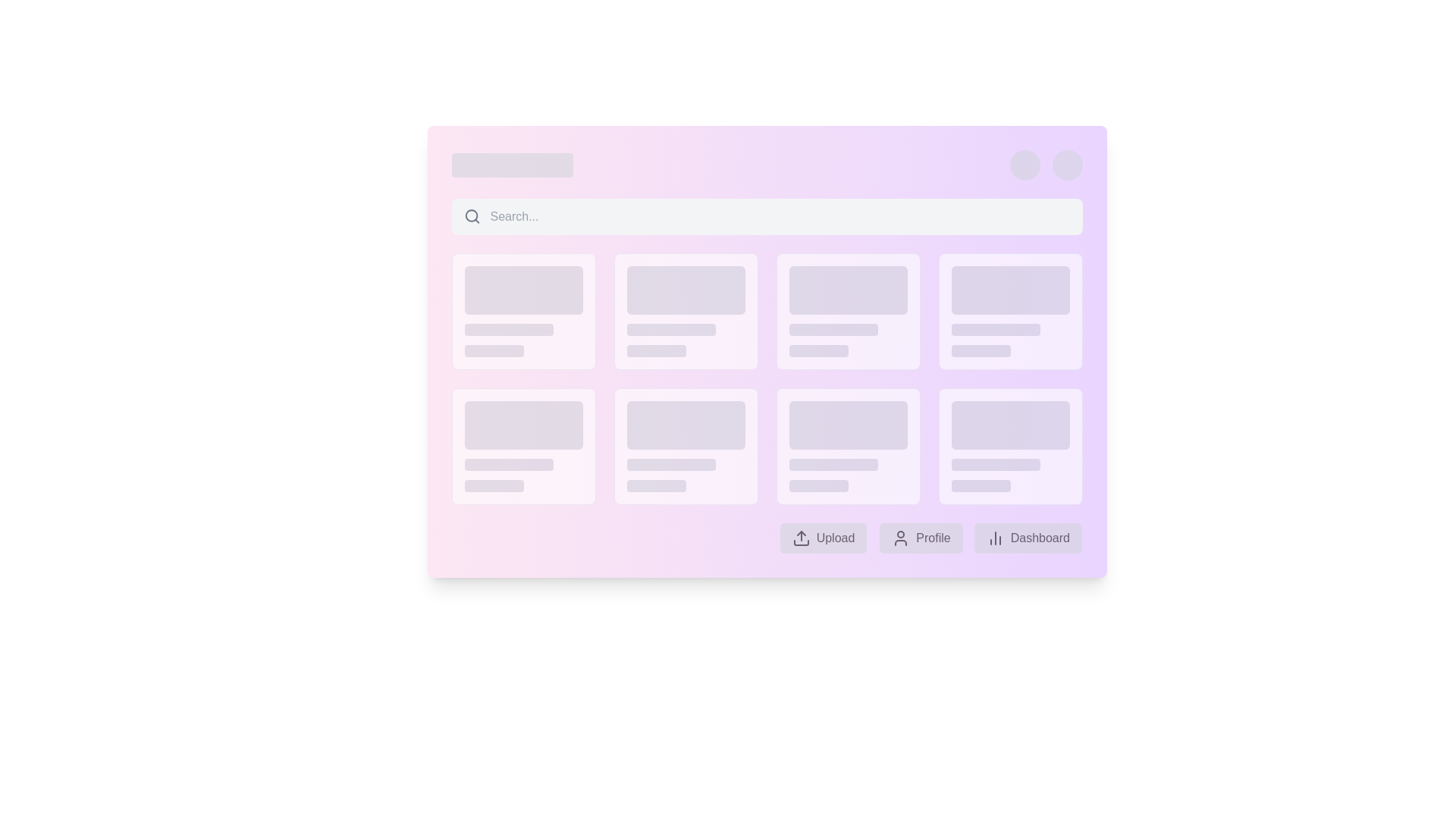  What do you see at coordinates (996, 537) in the screenshot?
I see `the 'Dashboard' button, which is visually represented by an icon located to the left of its text label` at bounding box center [996, 537].